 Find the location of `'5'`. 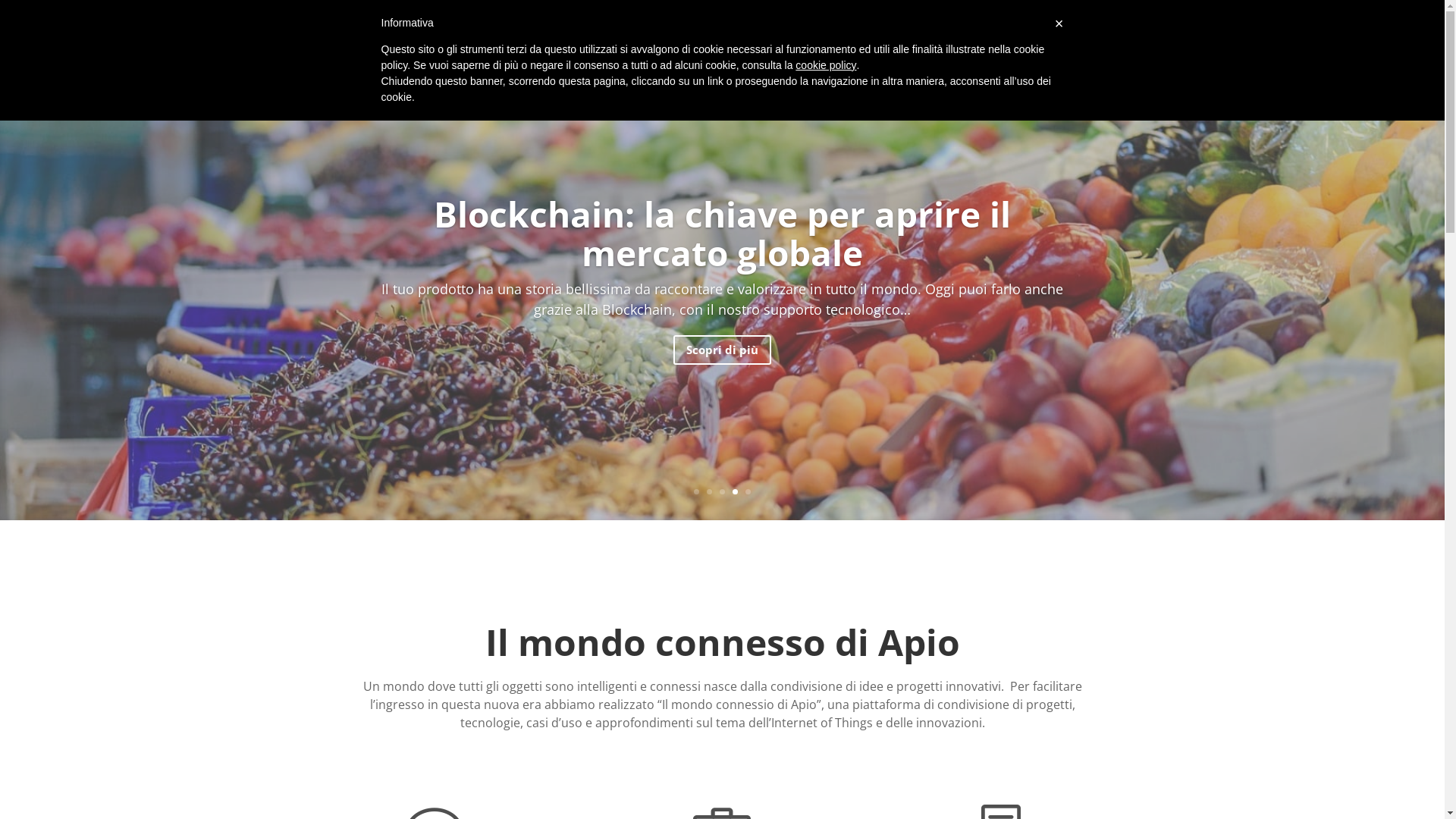

'5' is located at coordinates (748, 491).